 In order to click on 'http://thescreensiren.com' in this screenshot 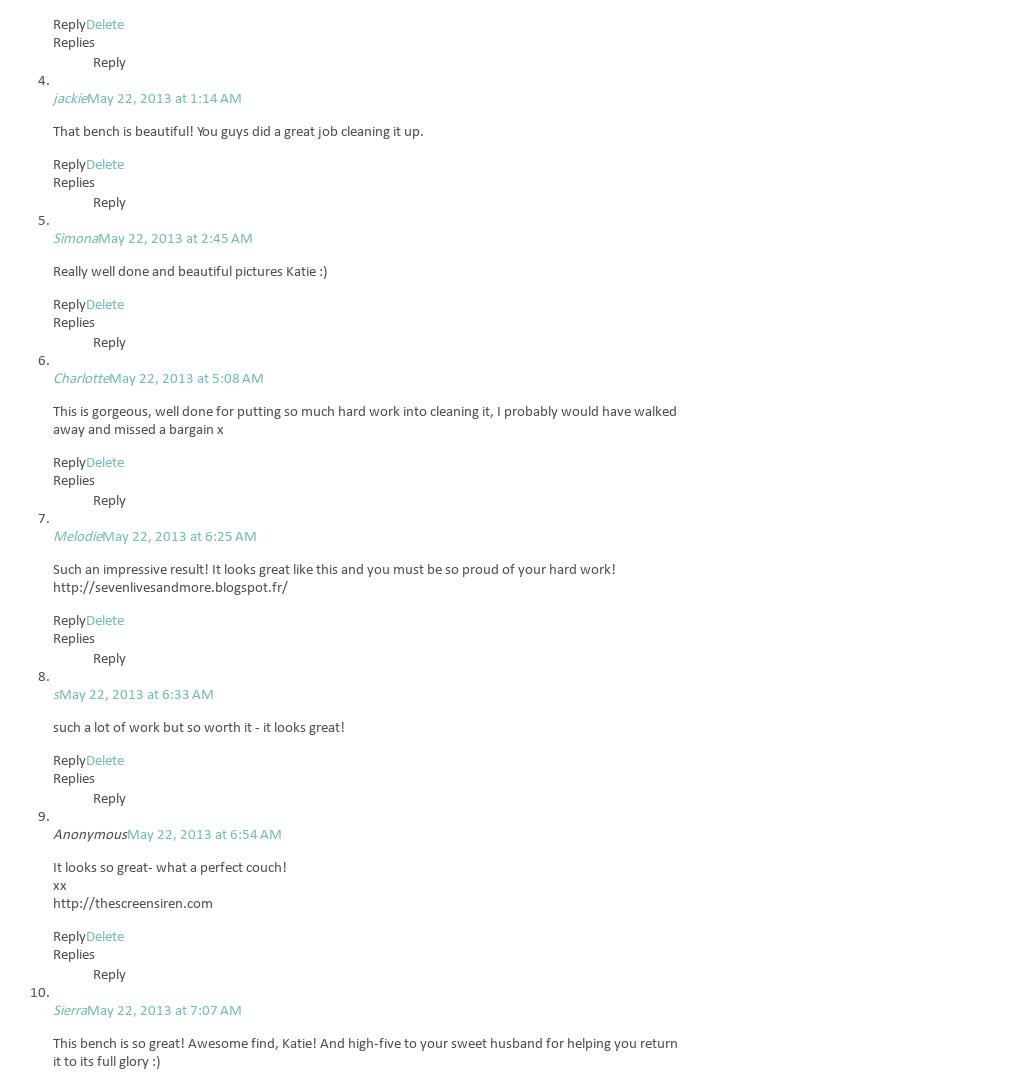, I will do `click(133, 903)`.